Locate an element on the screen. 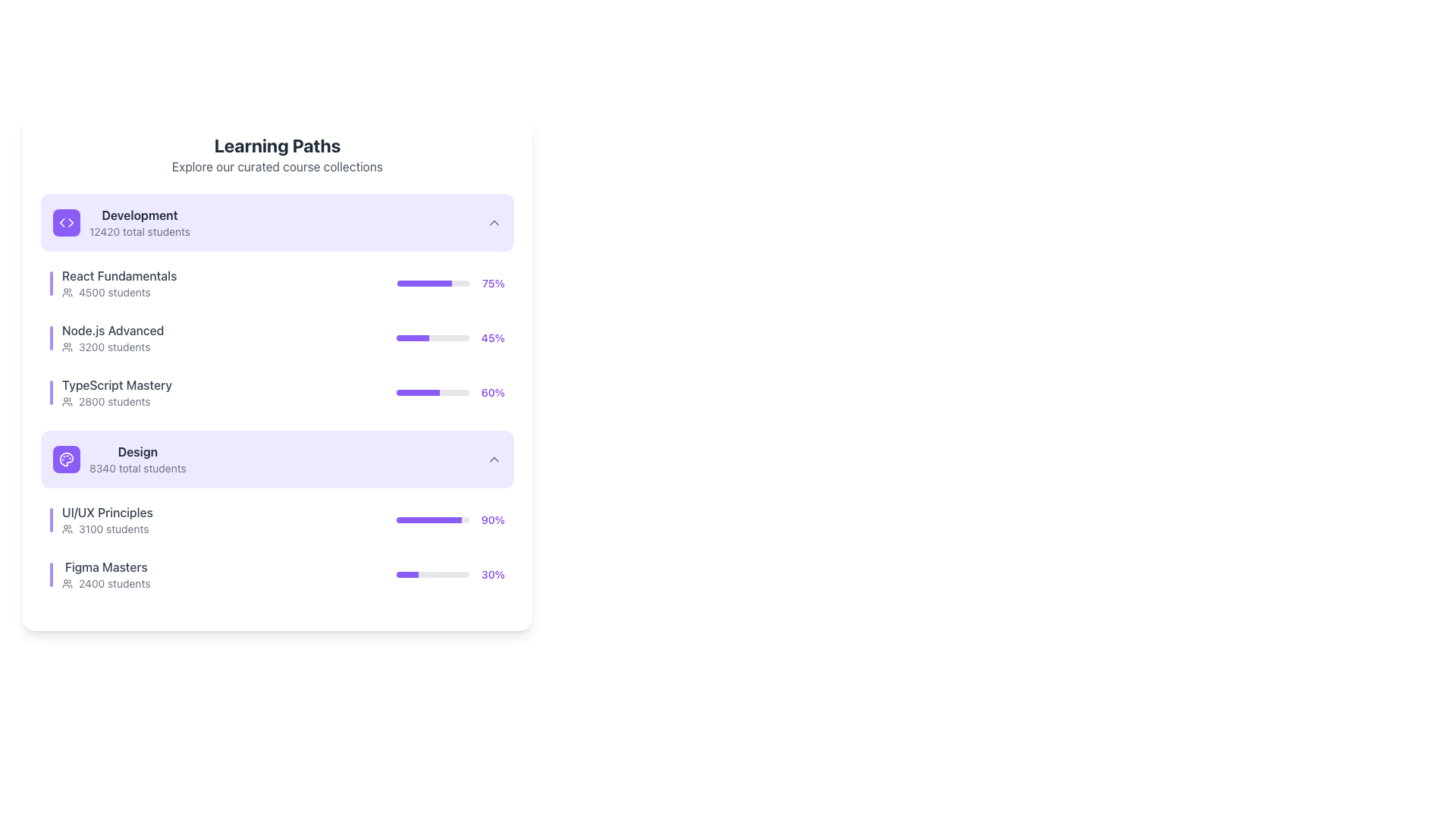 This screenshot has height=819, width=1456. the 'Development' section text, which includes the title 'Development' in bold and the subtitle '12420 total students' is located at coordinates (121, 222).